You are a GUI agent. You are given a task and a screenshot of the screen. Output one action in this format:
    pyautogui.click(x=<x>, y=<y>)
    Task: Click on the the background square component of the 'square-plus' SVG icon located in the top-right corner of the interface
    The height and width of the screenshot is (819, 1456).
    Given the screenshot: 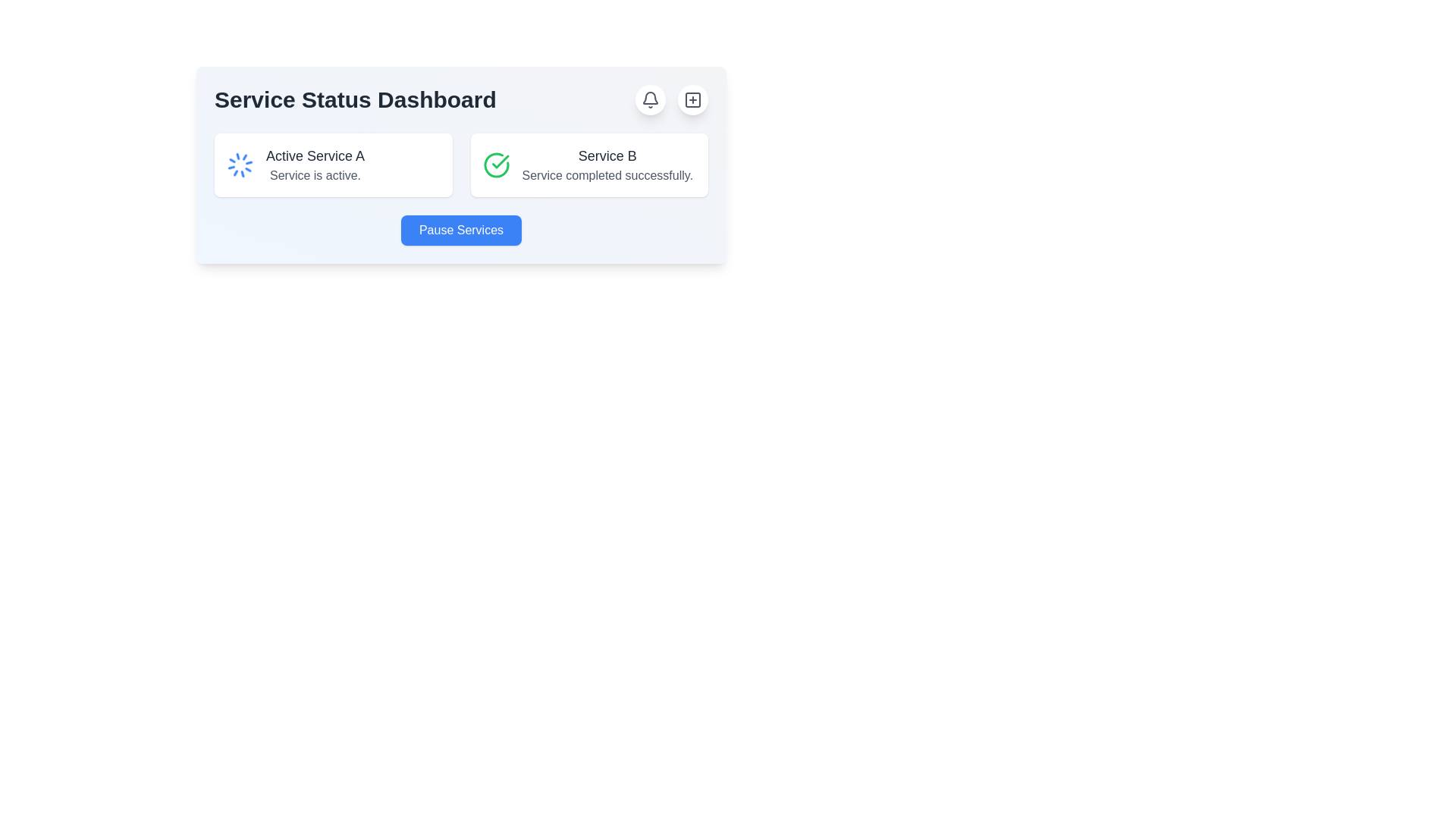 What is the action you would take?
    pyautogui.click(x=692, y=99)
    